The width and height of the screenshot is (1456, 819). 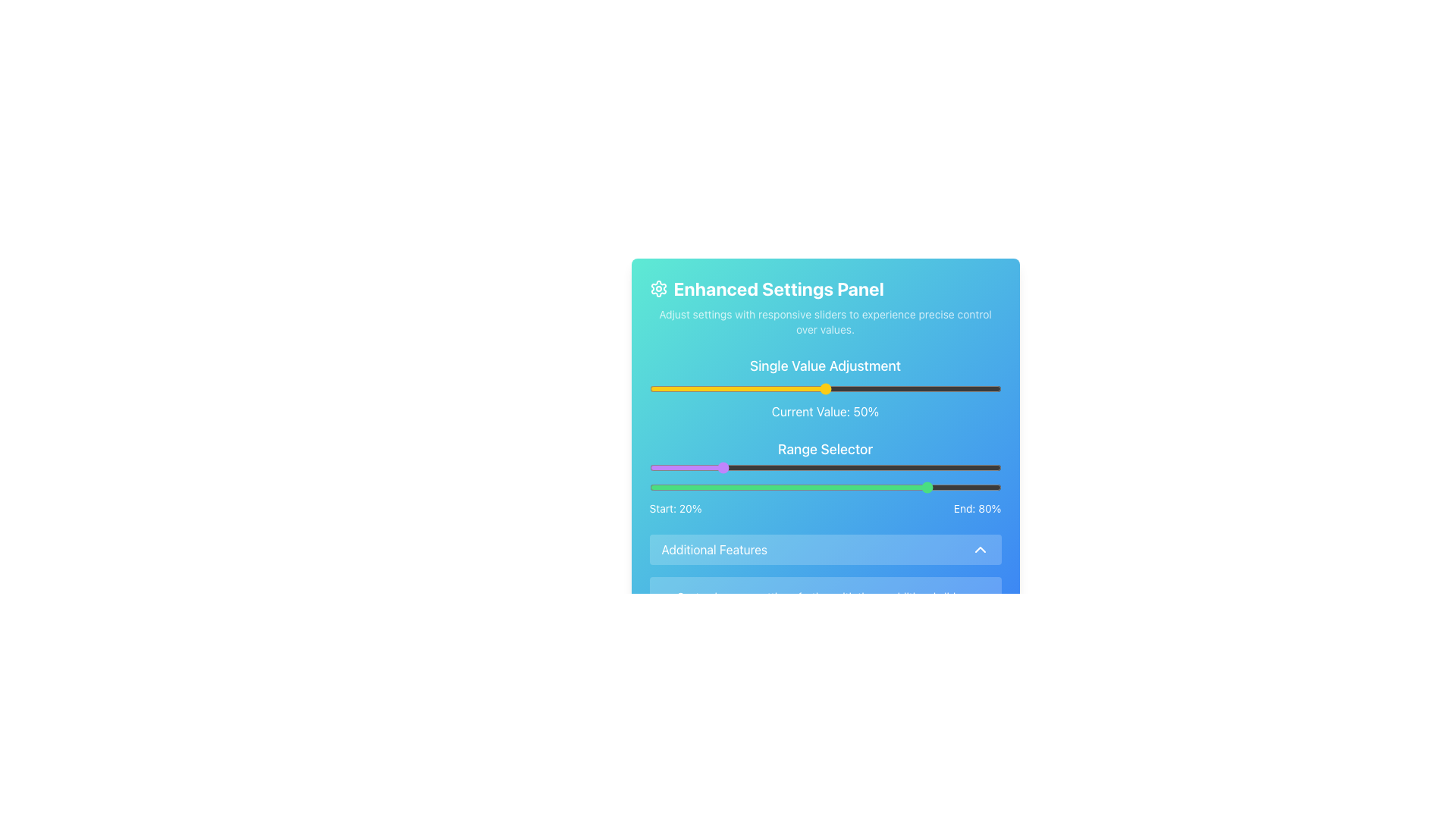 I want to click on the text element that says 'Adjust settings with responsive sliders to experience precise control over values', located below the heading 'Enhanced Settings Panel' in a panel with a blue gradient background, so click(x=824, y=321).